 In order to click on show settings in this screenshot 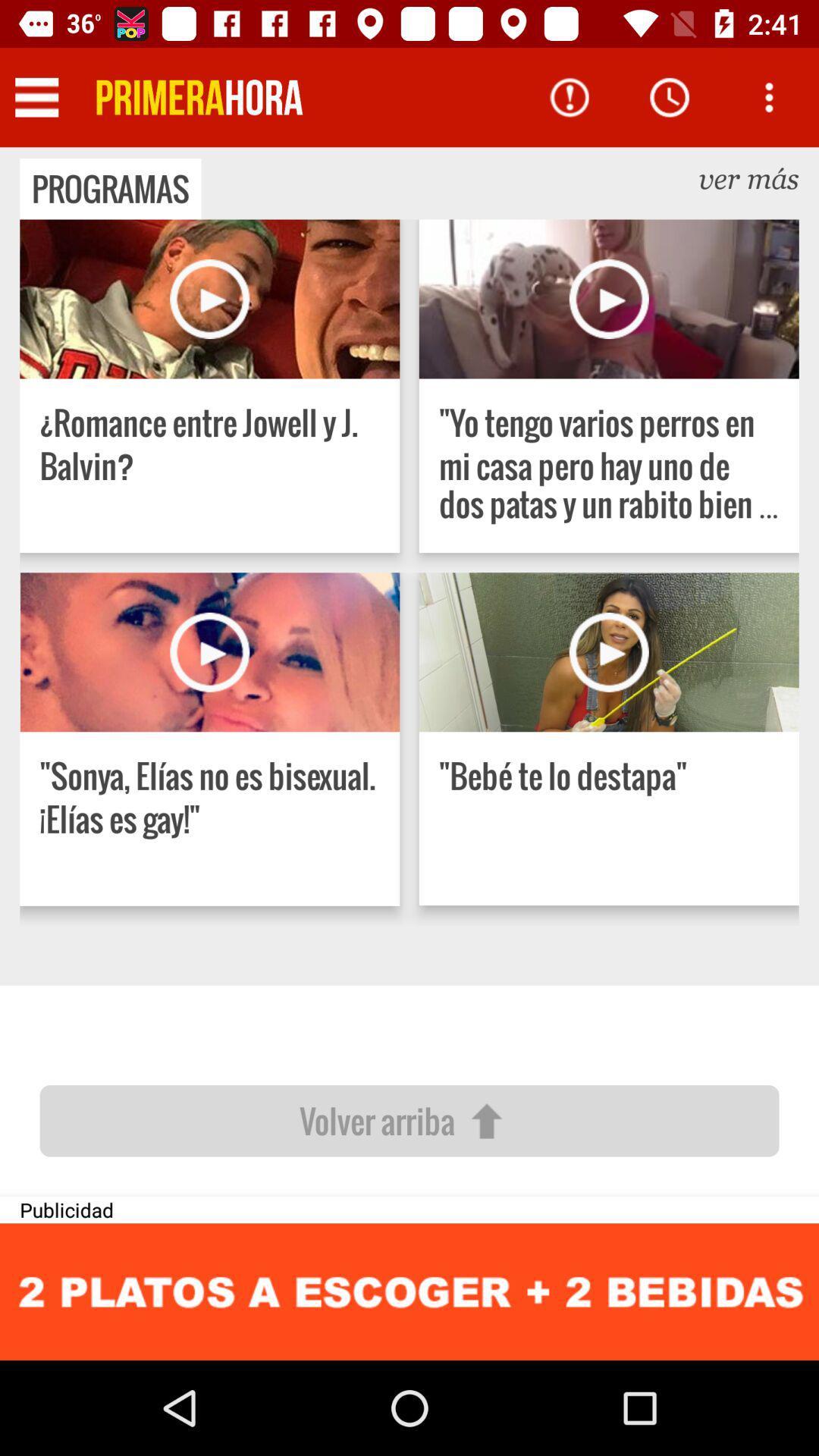, I will do `click(36, 96)`.